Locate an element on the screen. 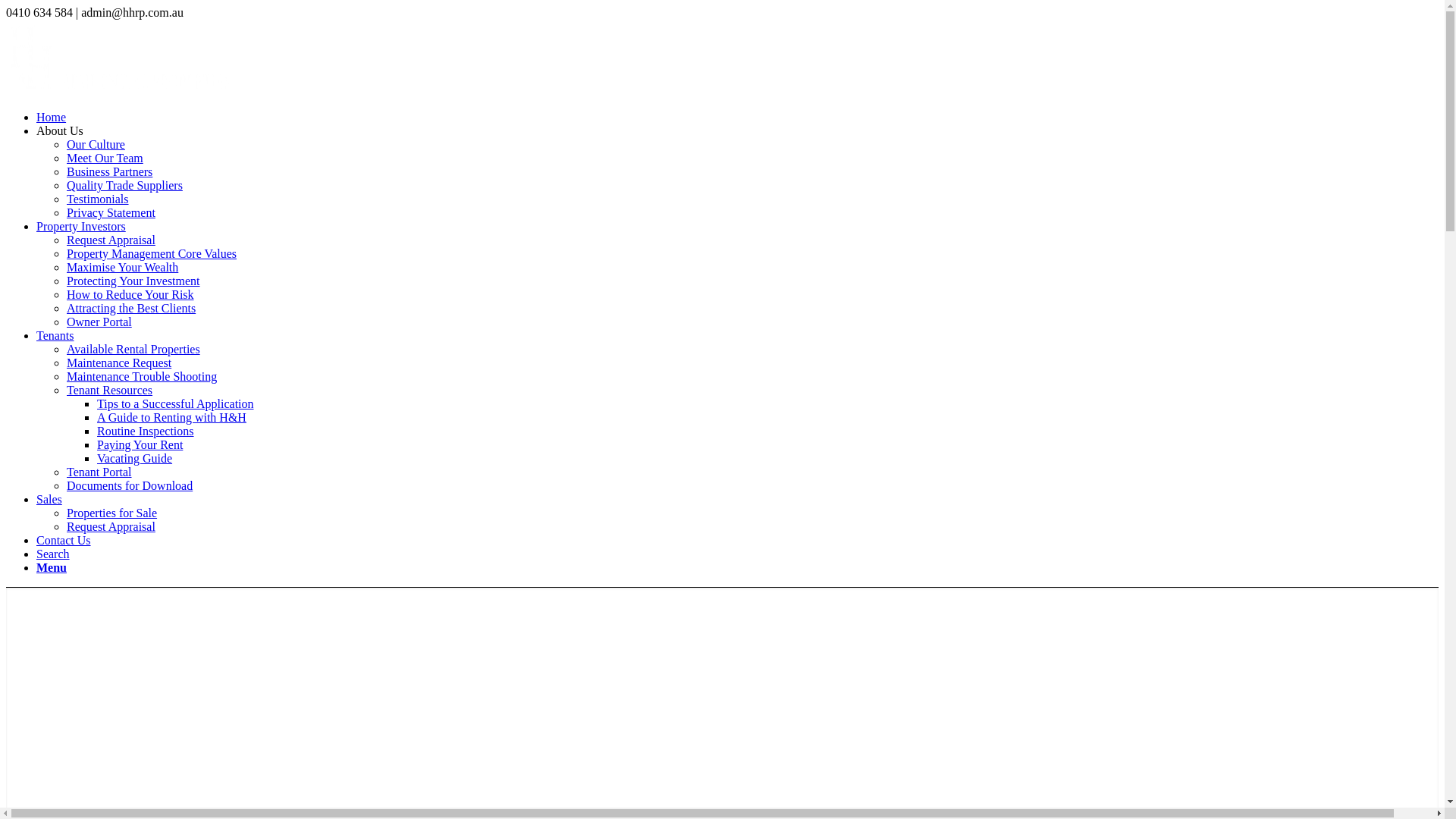  'Tips to a Successful Application' is located at coordinates (175, 403).